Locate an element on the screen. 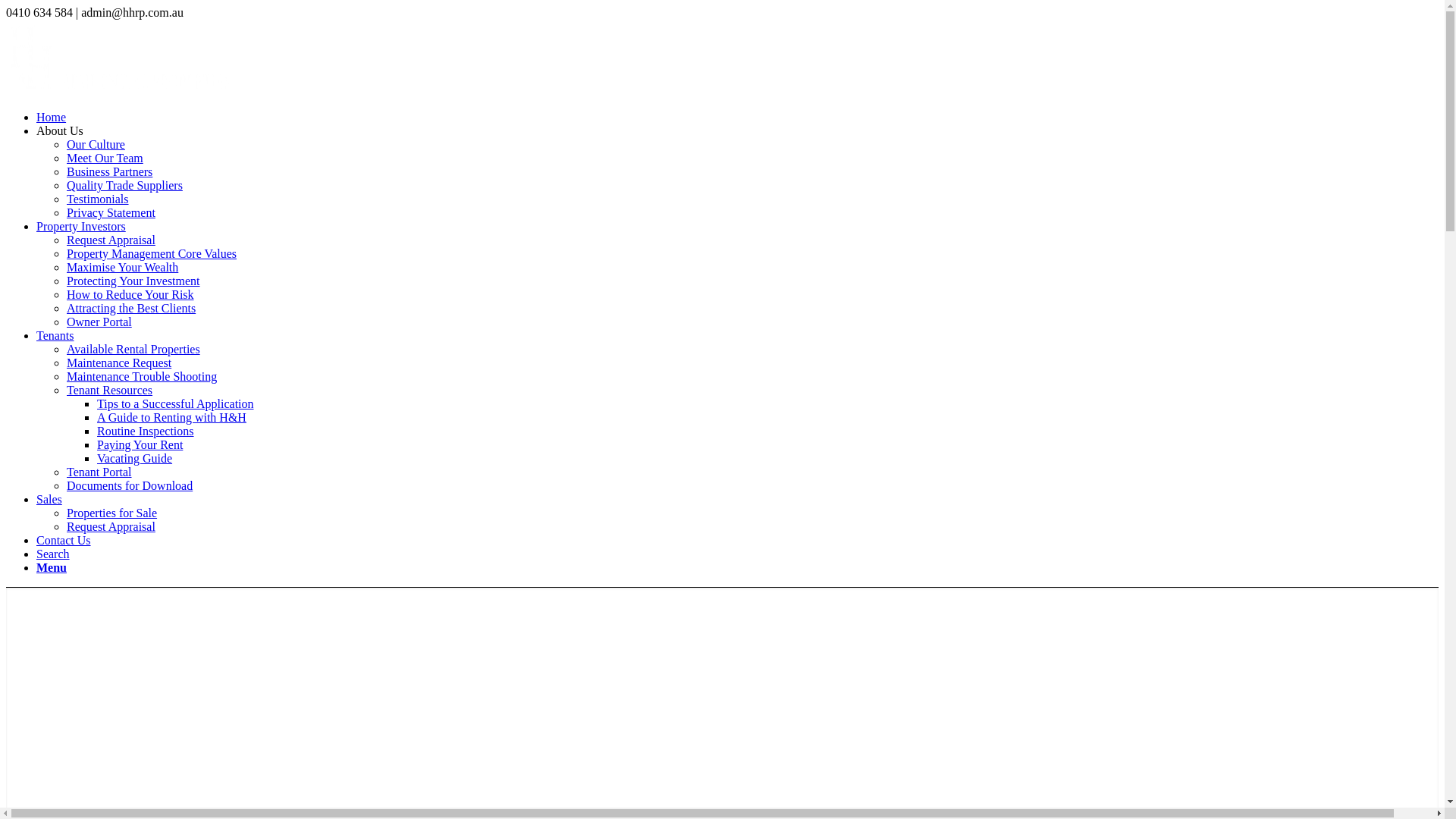  'Tips to a Successful Application' is located at coordinates (175, 403).